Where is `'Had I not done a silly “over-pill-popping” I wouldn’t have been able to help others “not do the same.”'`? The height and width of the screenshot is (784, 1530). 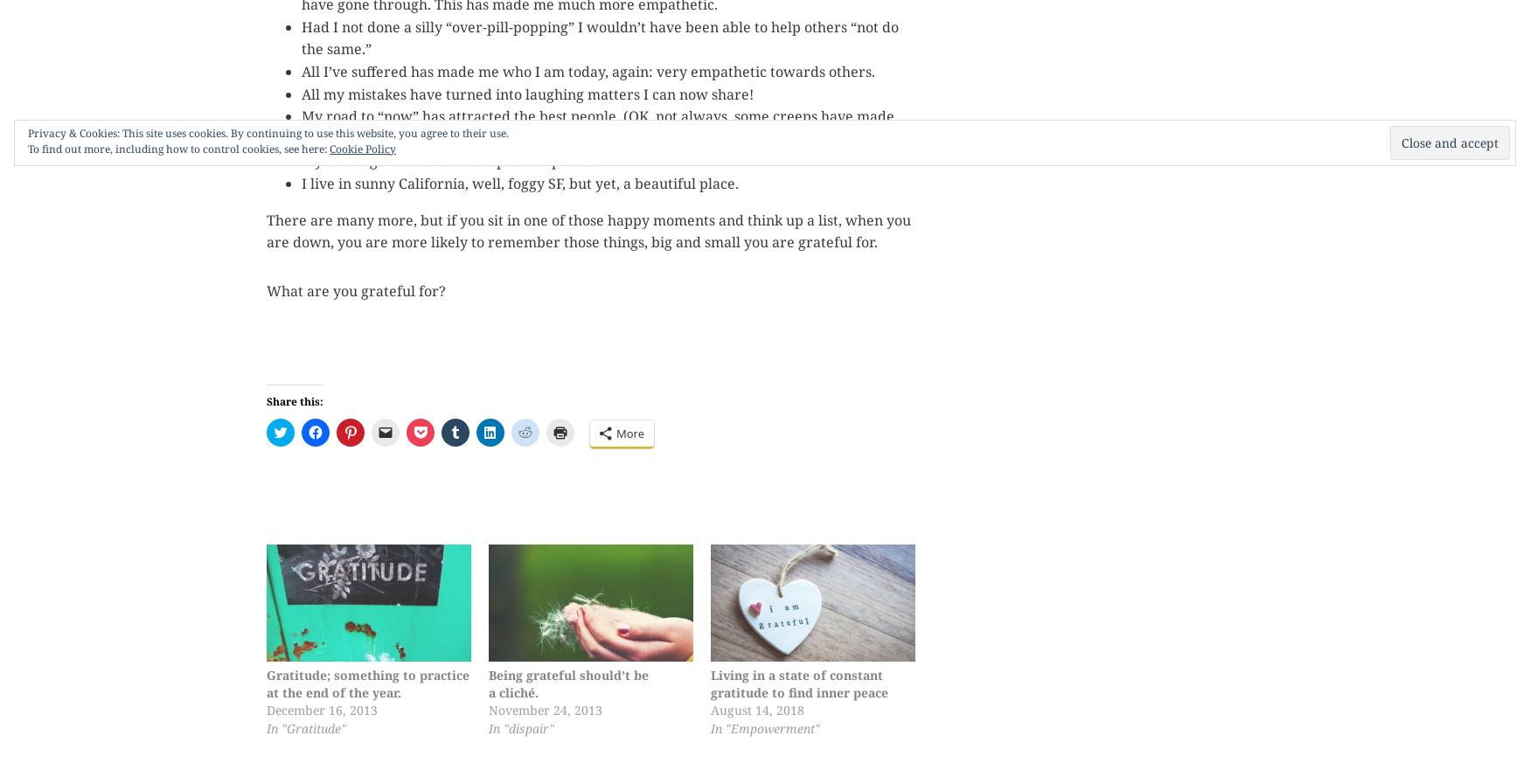
'Had I not done a silly “over-pill-popping” I wouldn’t have been able to help others “not do the same.”' is located at coordinates (599, 36).